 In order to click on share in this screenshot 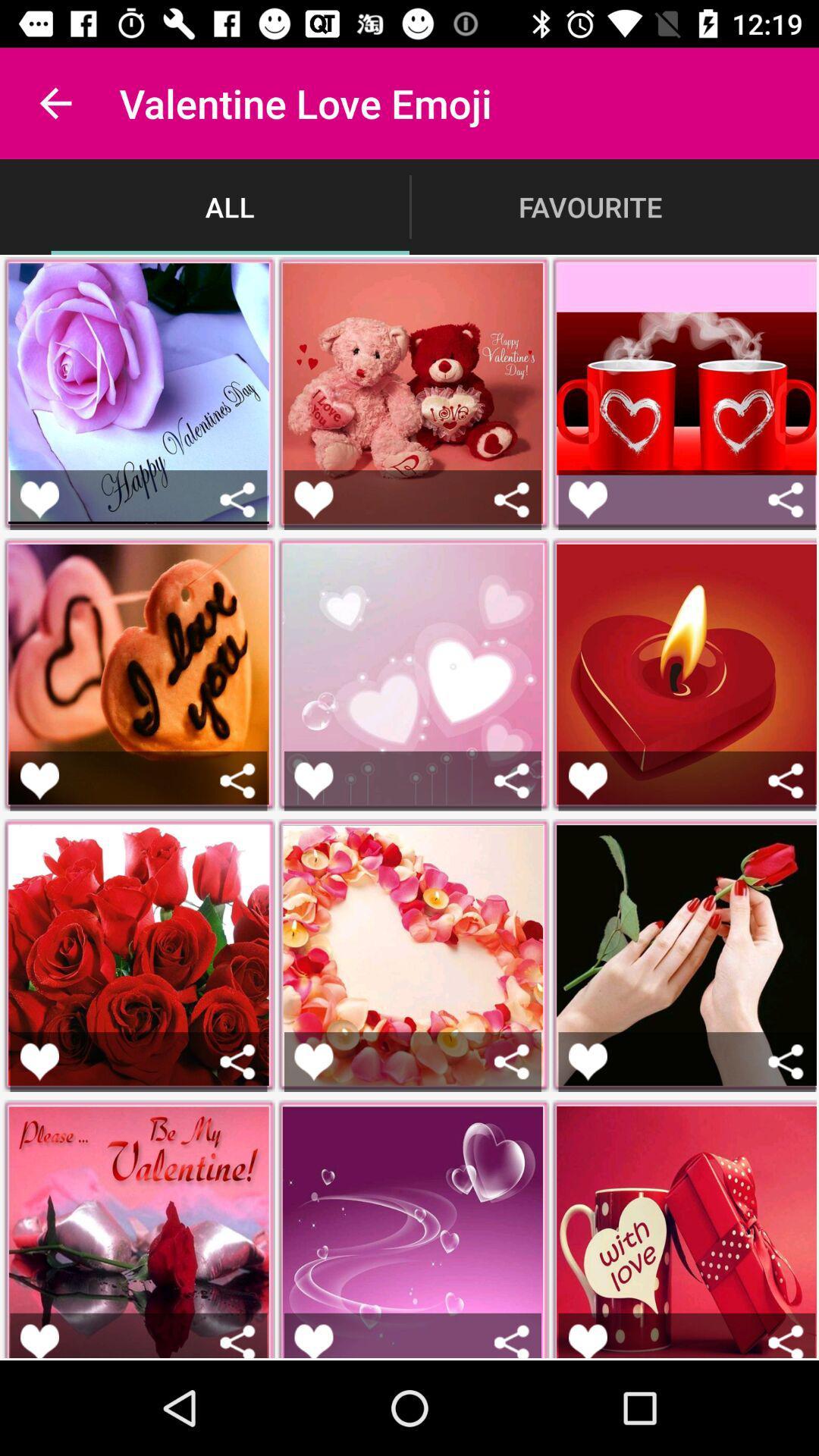, I will do `click(785, 1341)`.